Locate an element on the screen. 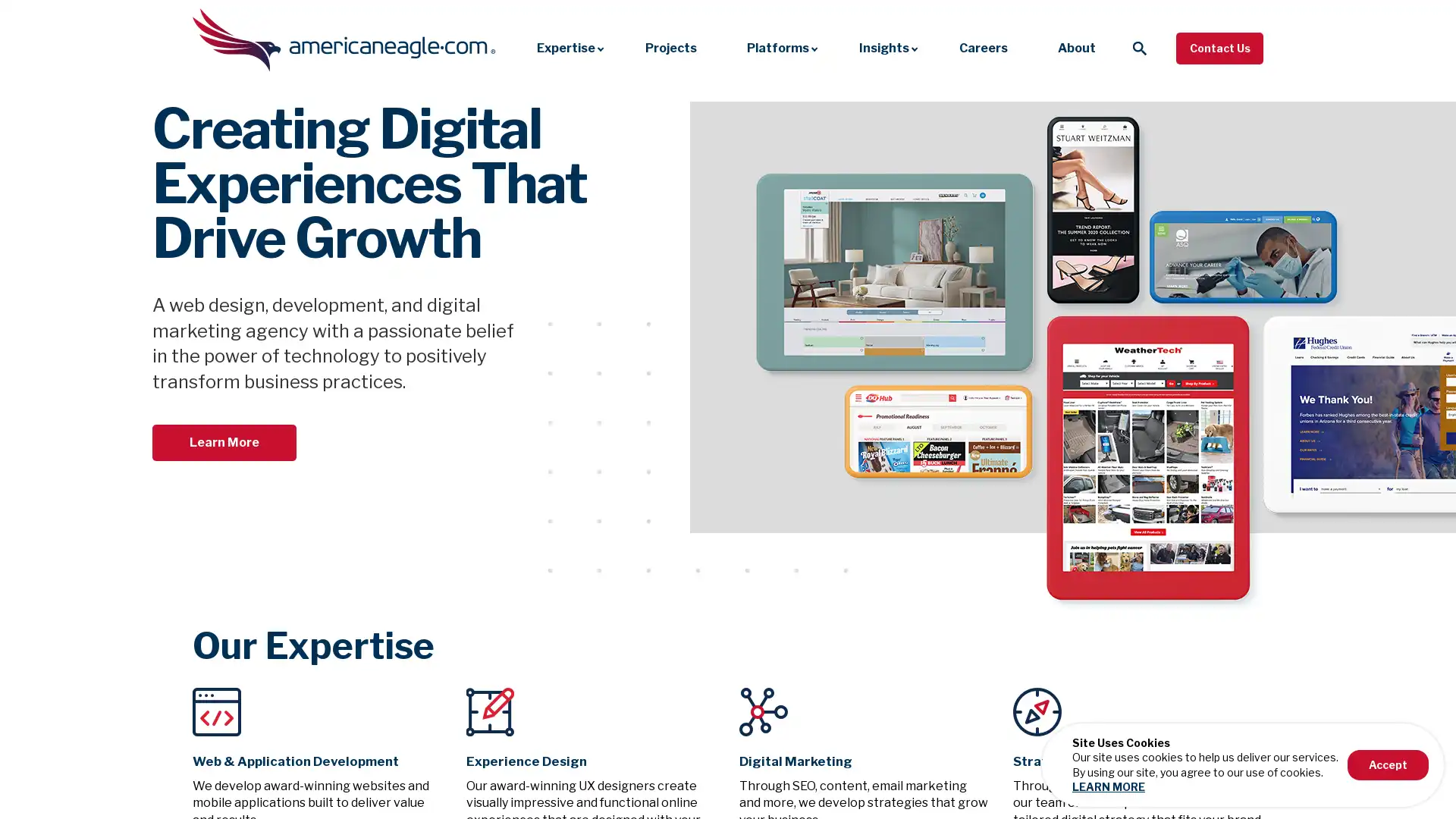 The width and height of the screenshot is (1456, 819). Expertise is located at coordinates (565, 47).